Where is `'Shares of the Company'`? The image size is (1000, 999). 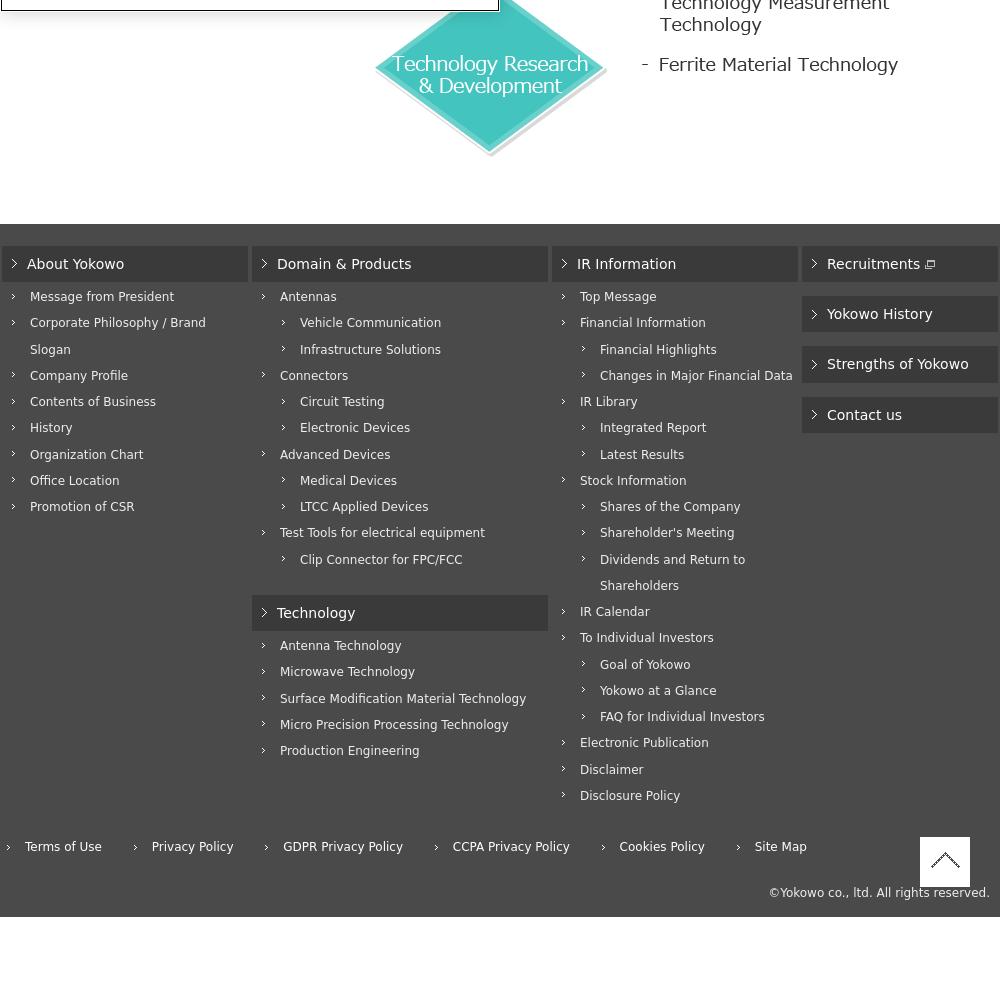
'Shares of the Company' is located at coordinates (670, 505).